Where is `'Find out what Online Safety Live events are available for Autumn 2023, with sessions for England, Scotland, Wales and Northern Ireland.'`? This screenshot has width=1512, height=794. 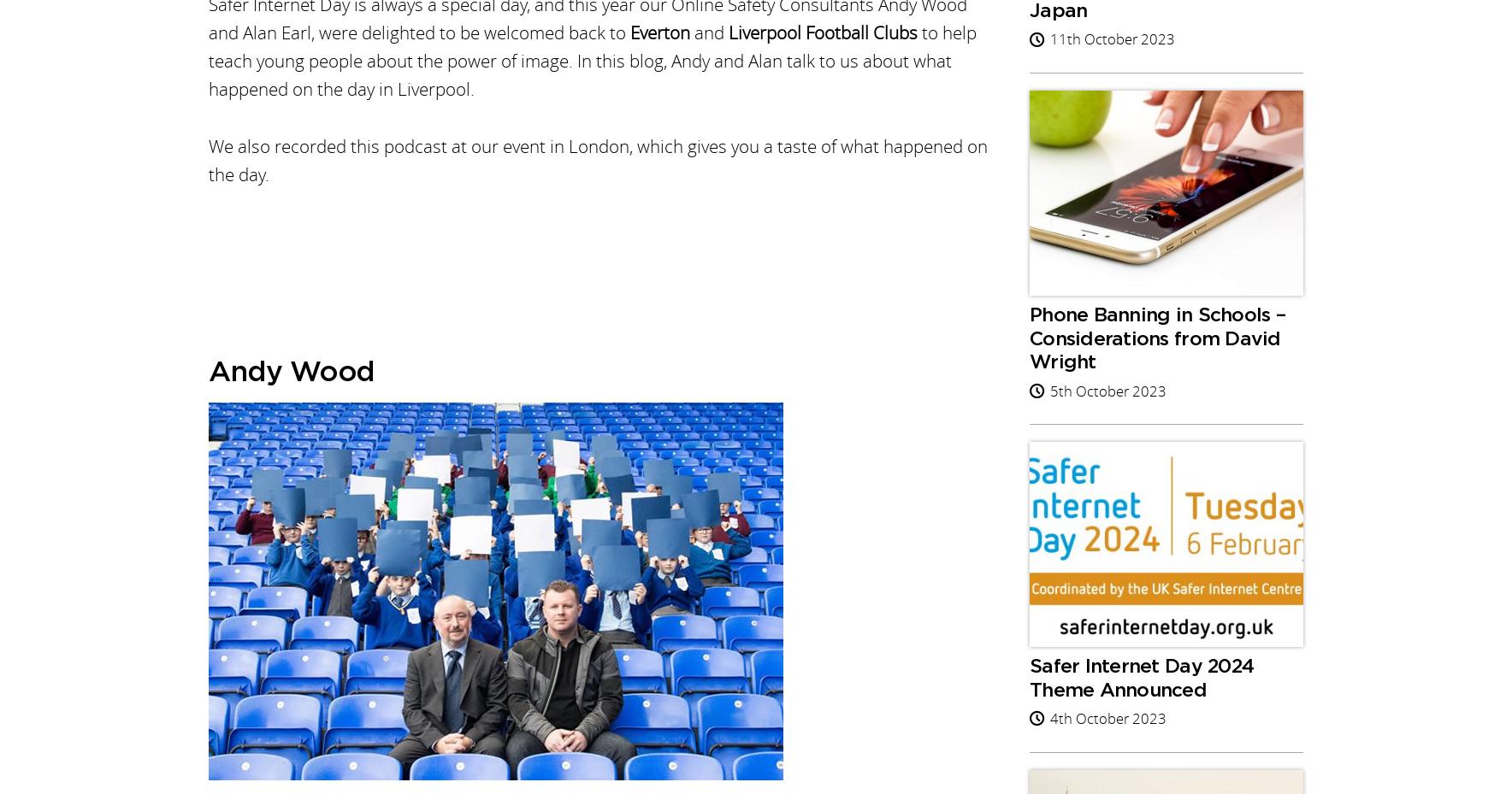 'Find out what Online Safety Live events are available for Autumn 2023, with sessions for England, Scotland, Wales and Northern Ireland.' is located at coordinates (701, 332).